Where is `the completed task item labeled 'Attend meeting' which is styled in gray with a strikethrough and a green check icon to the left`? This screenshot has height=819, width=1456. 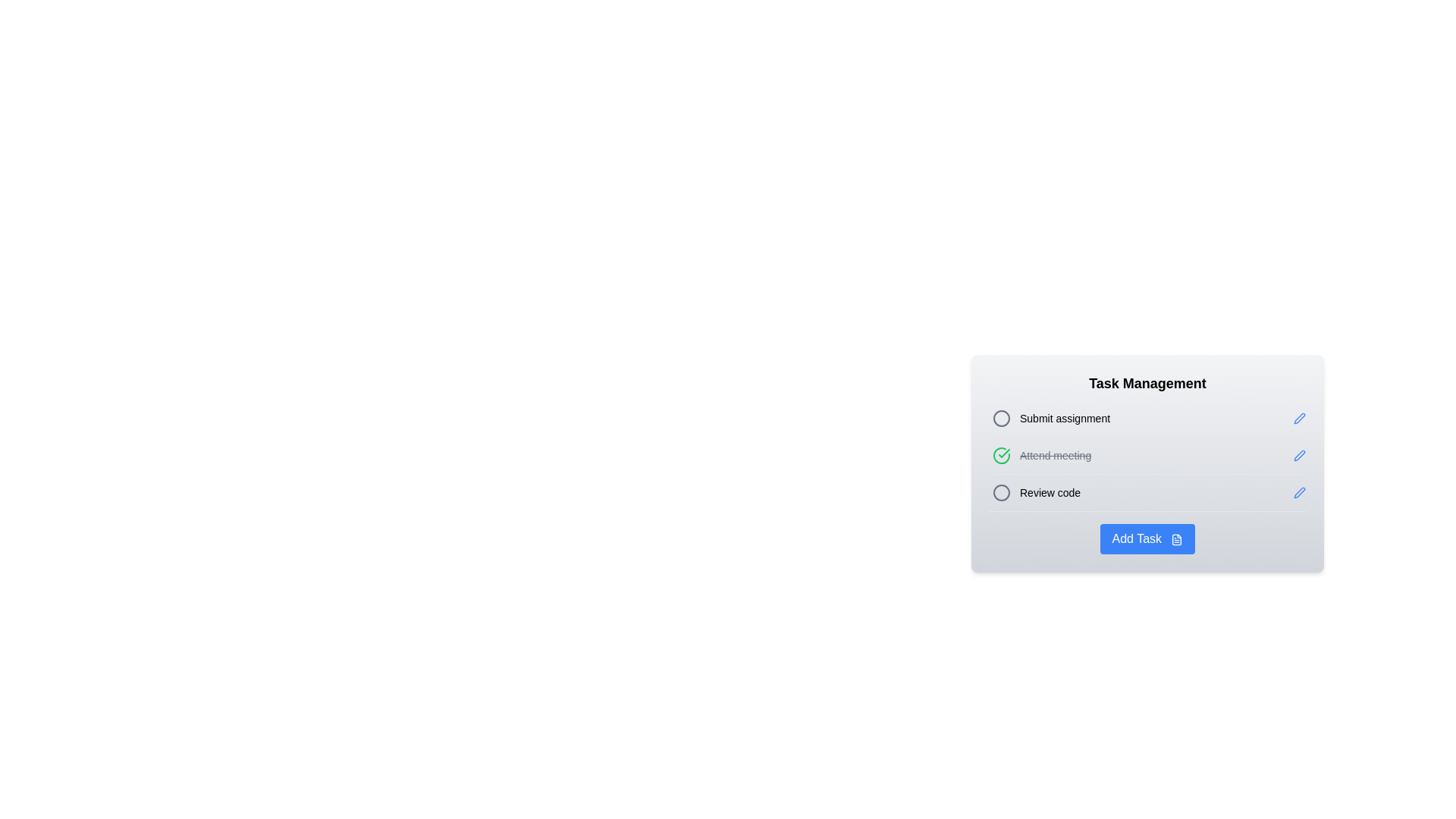
the completed task item labeled 'Attend meeting' which is styled in gray with a strikethrough and a green check icon to the left is located at coordinates (1040, 455).